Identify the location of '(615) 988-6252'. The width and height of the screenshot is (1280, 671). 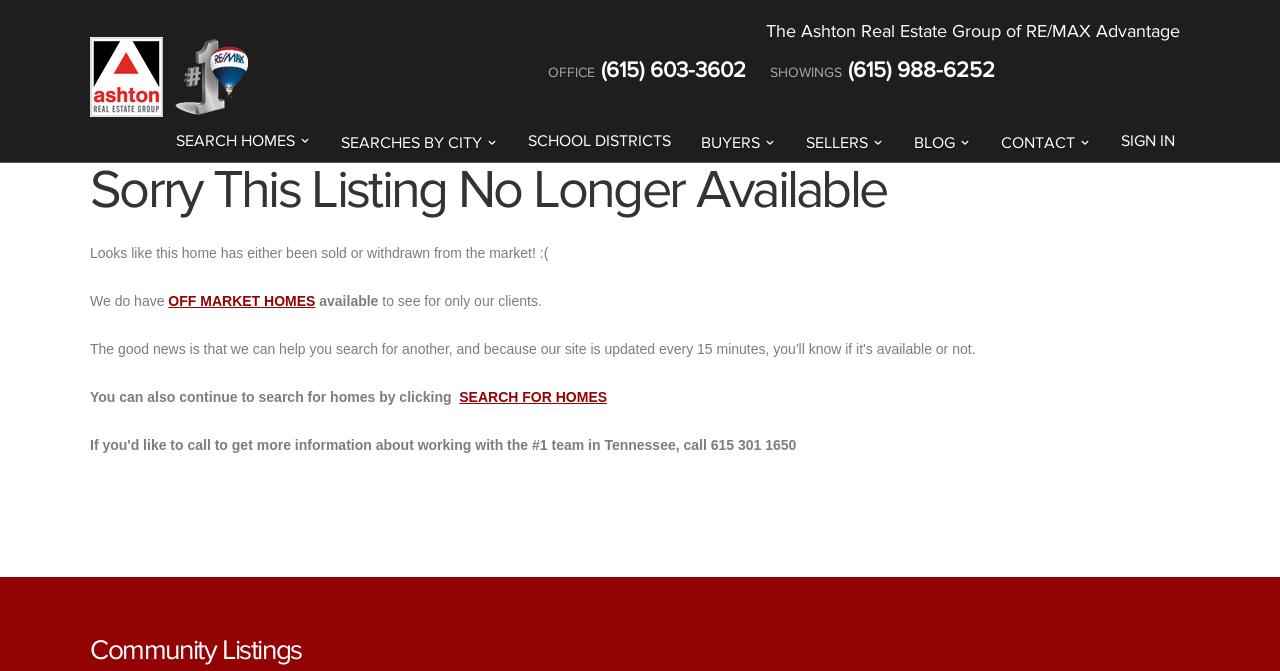
(920, 69).